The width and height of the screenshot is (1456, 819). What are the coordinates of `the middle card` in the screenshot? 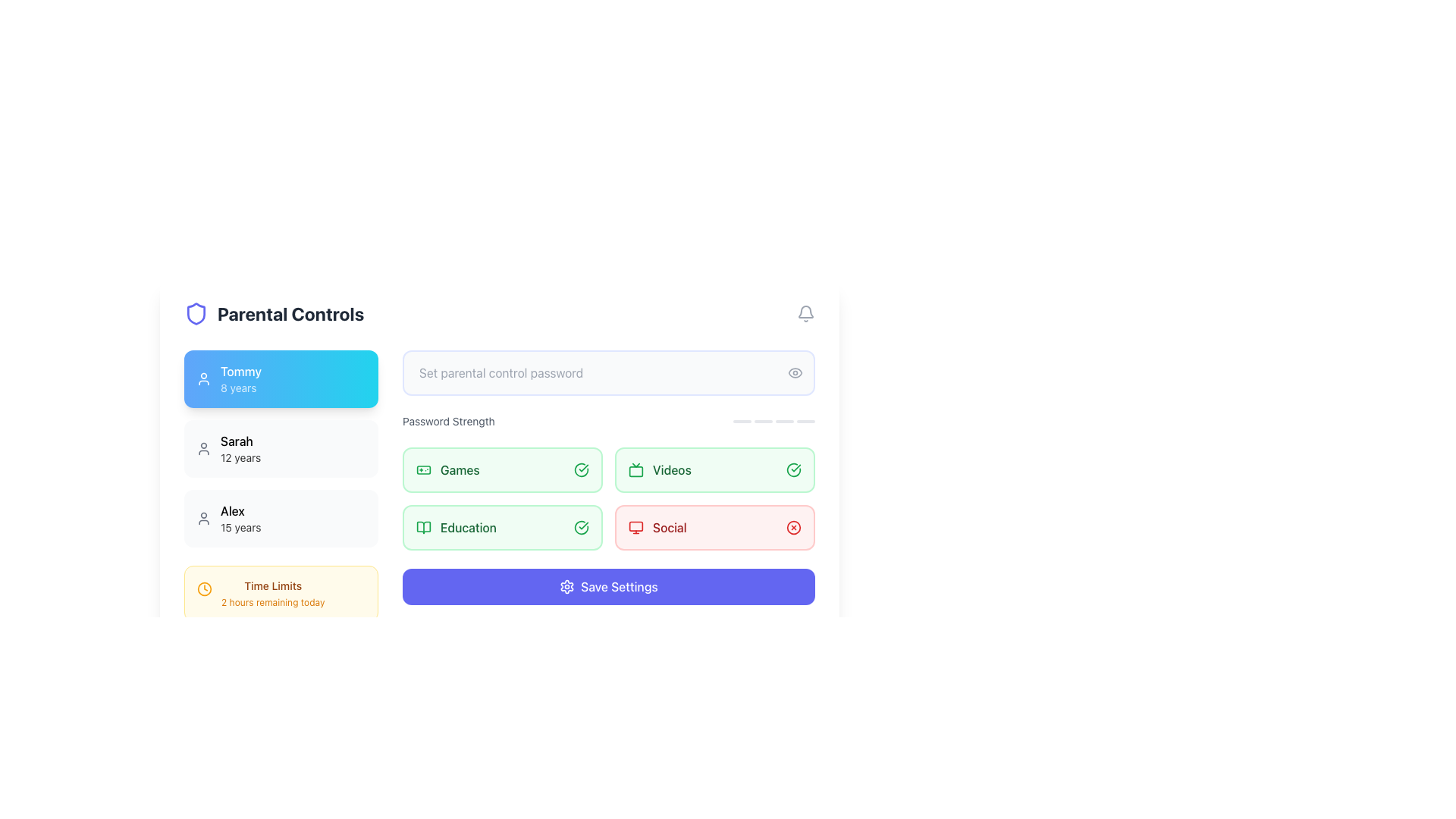 It's located at (281, 447).